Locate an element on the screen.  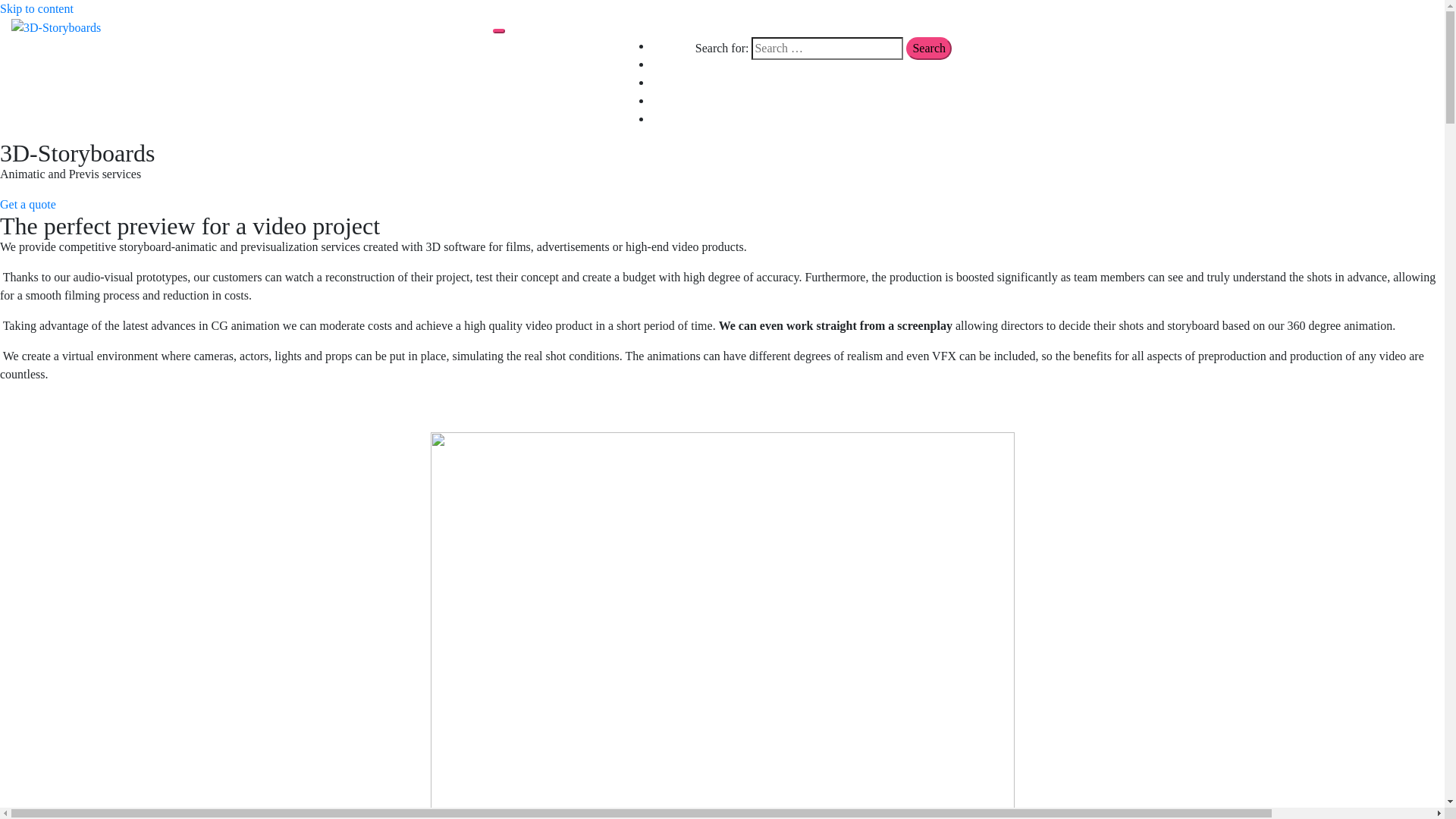
'Search' is located at coordinates (927, 48).